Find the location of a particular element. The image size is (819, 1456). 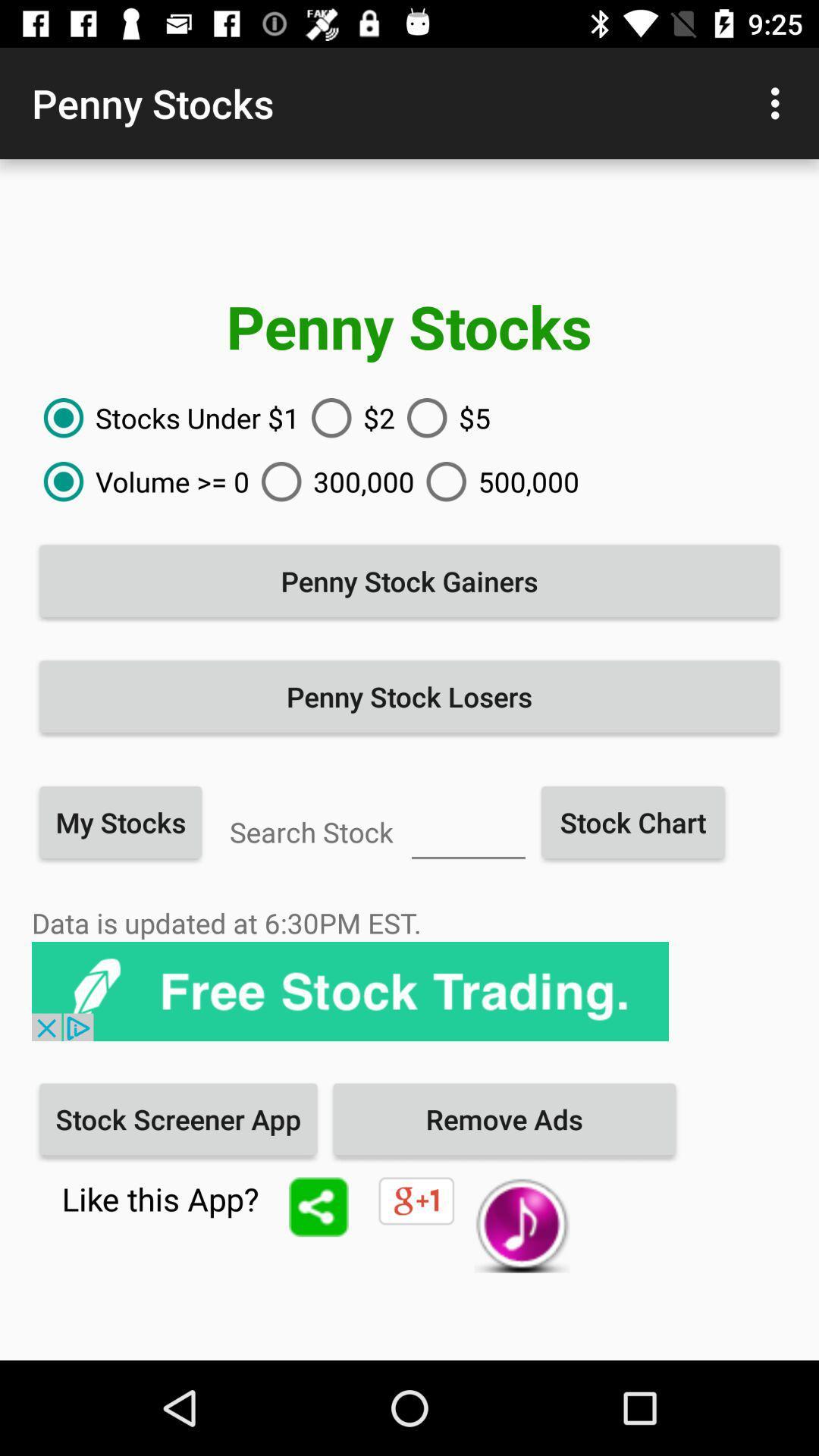

icon above 300,000 icon is located at coordinates (347, 418).